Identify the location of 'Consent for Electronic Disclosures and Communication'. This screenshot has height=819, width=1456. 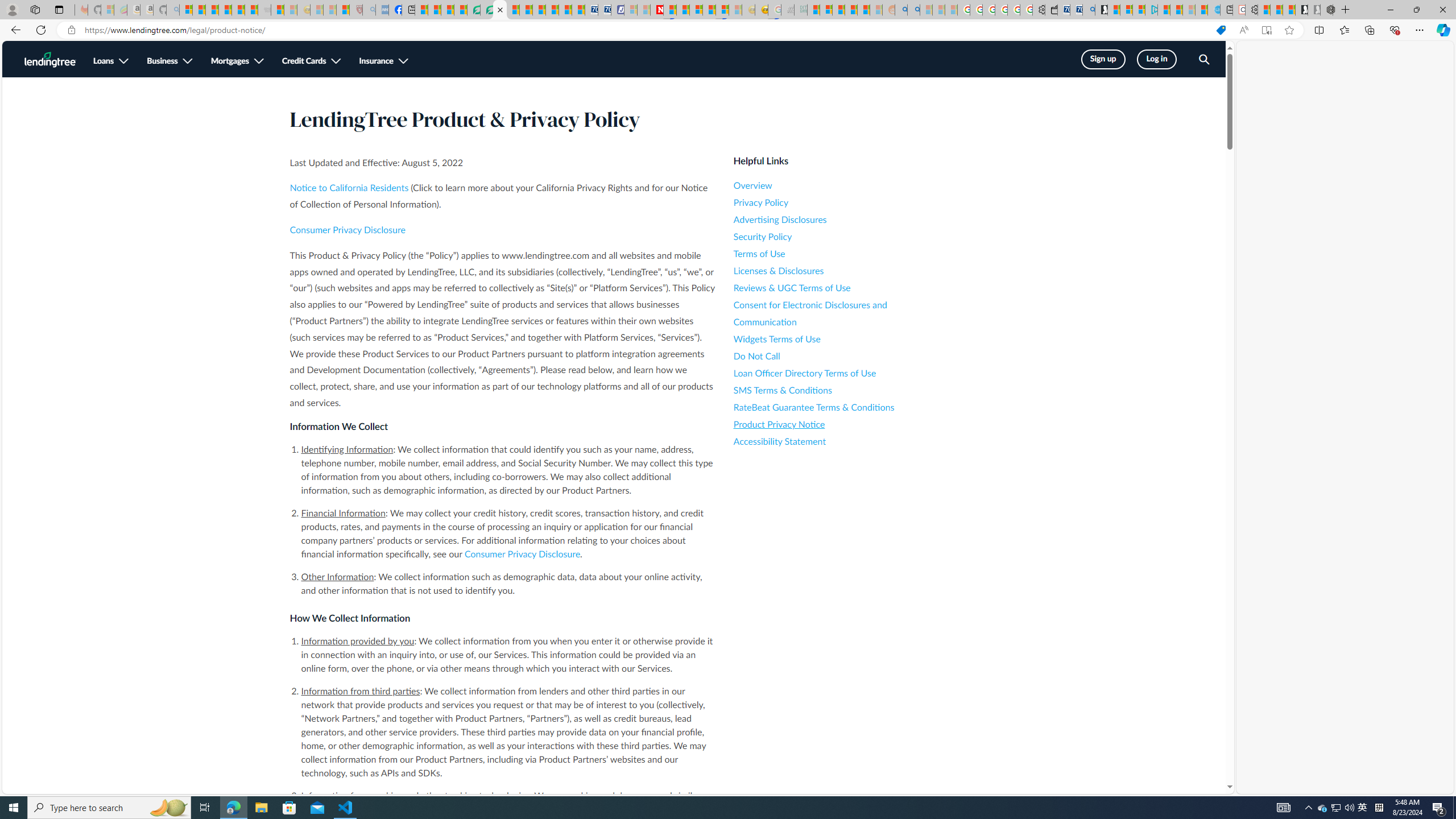
(835, 313).